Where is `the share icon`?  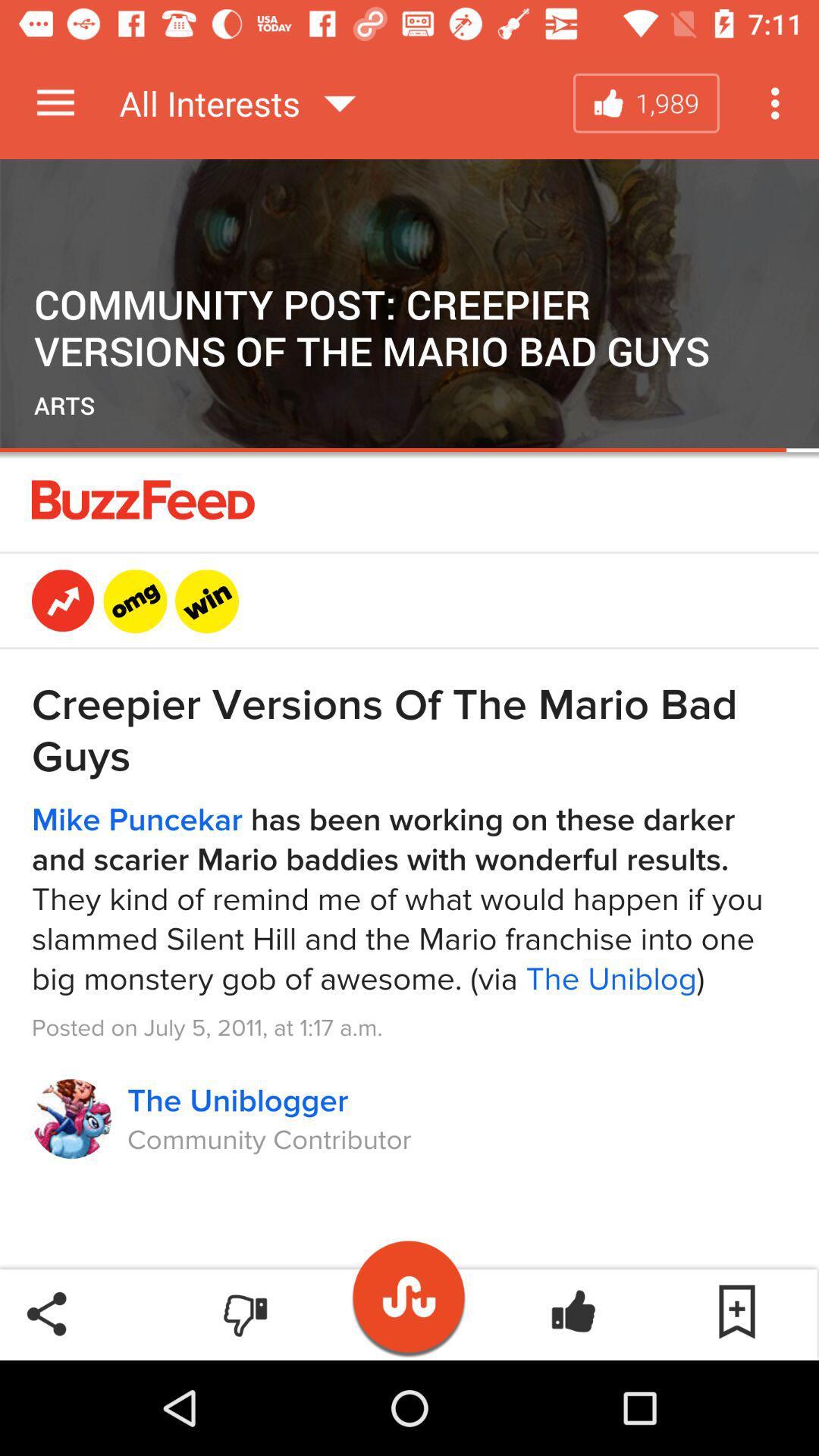 the share icon is located at coordinates (46, 1312).